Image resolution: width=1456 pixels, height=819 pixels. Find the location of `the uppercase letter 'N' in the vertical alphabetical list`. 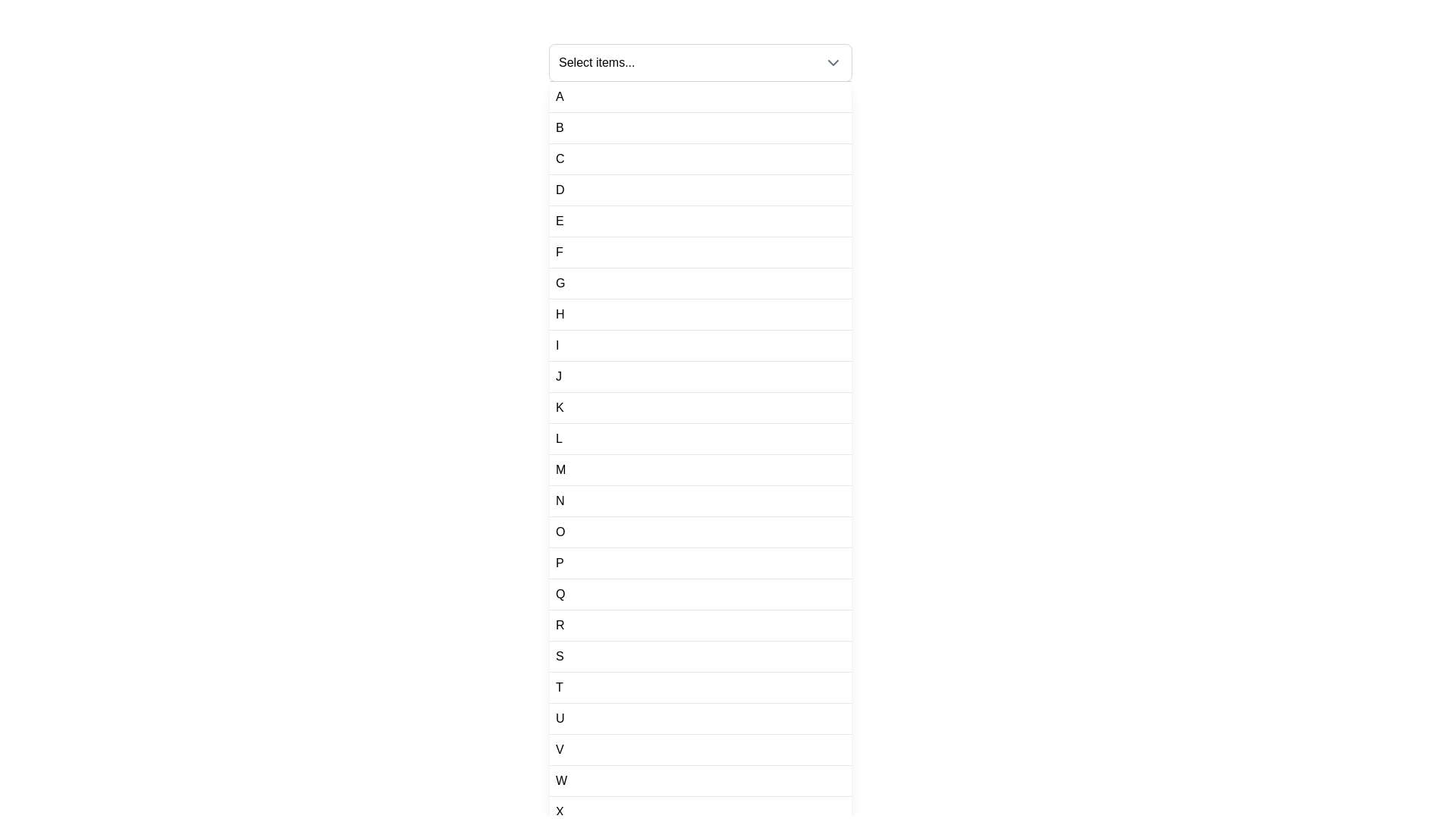

the uppercase letter 'N' in the vertical alphabetical list is located at coordinates (559, 500).